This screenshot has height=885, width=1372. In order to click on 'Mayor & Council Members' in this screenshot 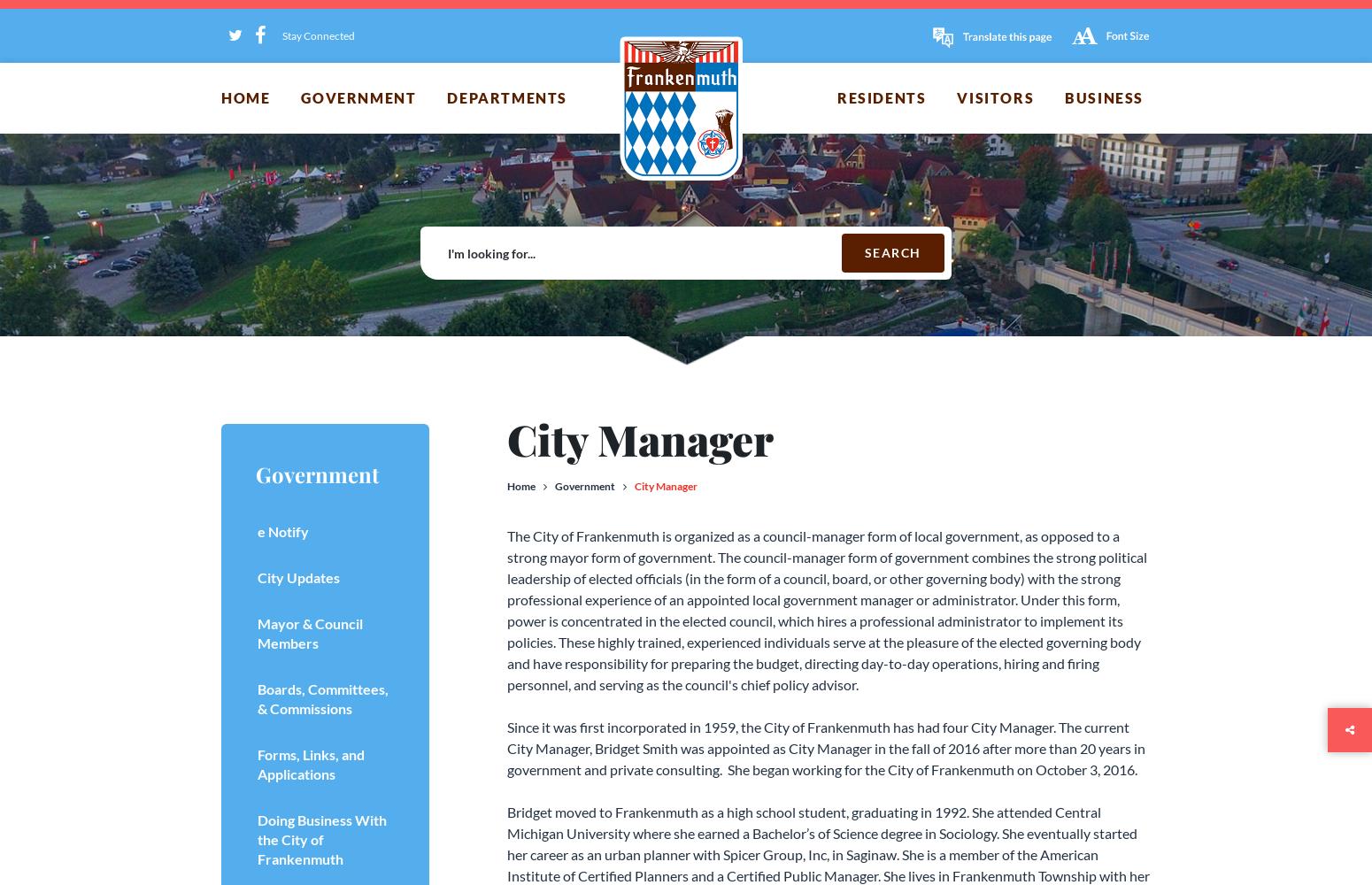, I will do `click(257, 632)`.